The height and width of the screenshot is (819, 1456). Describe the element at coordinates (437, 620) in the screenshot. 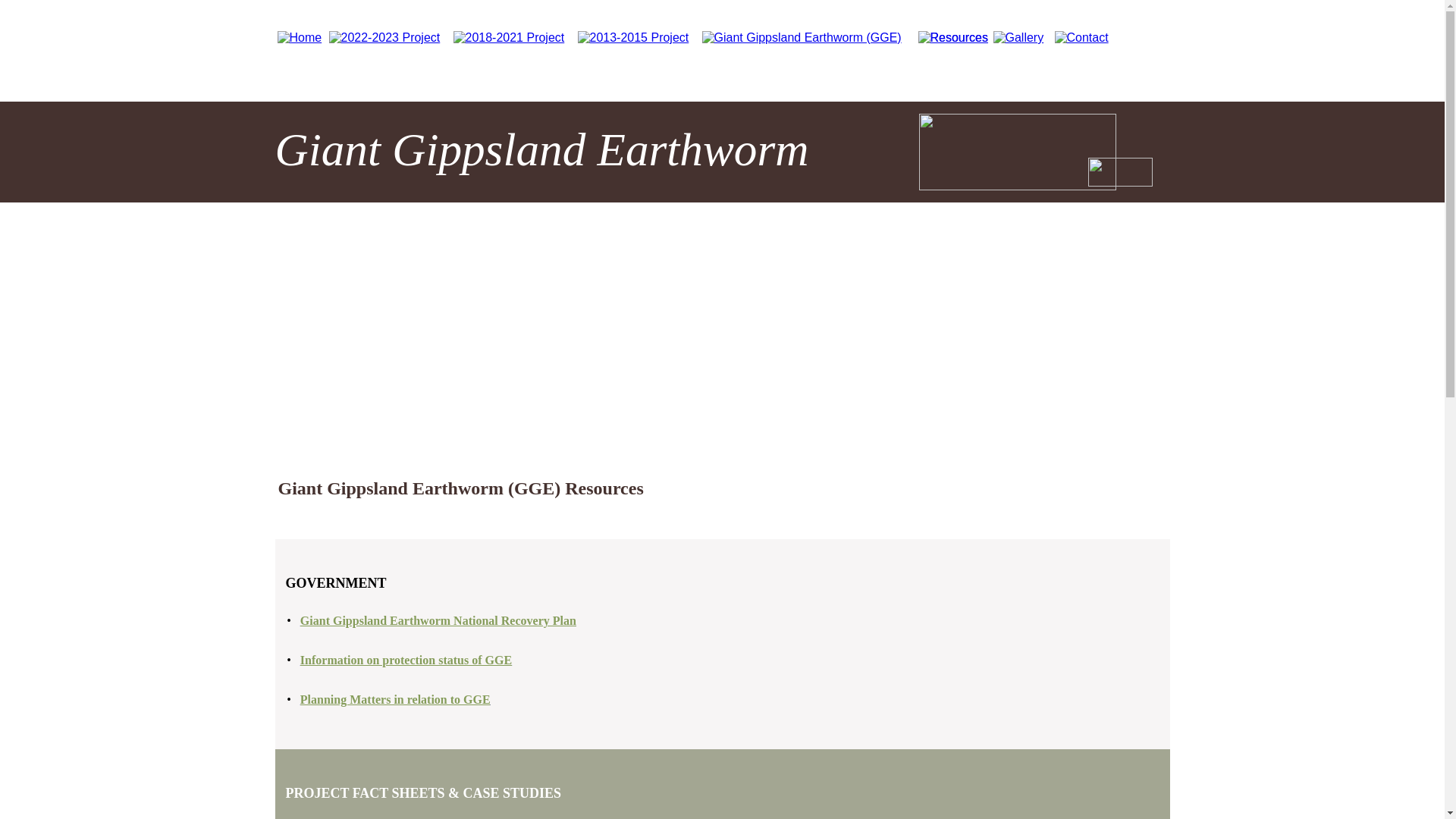

I see `'Giant Gippsland Earthworm National Recovery Plan'` at that location.